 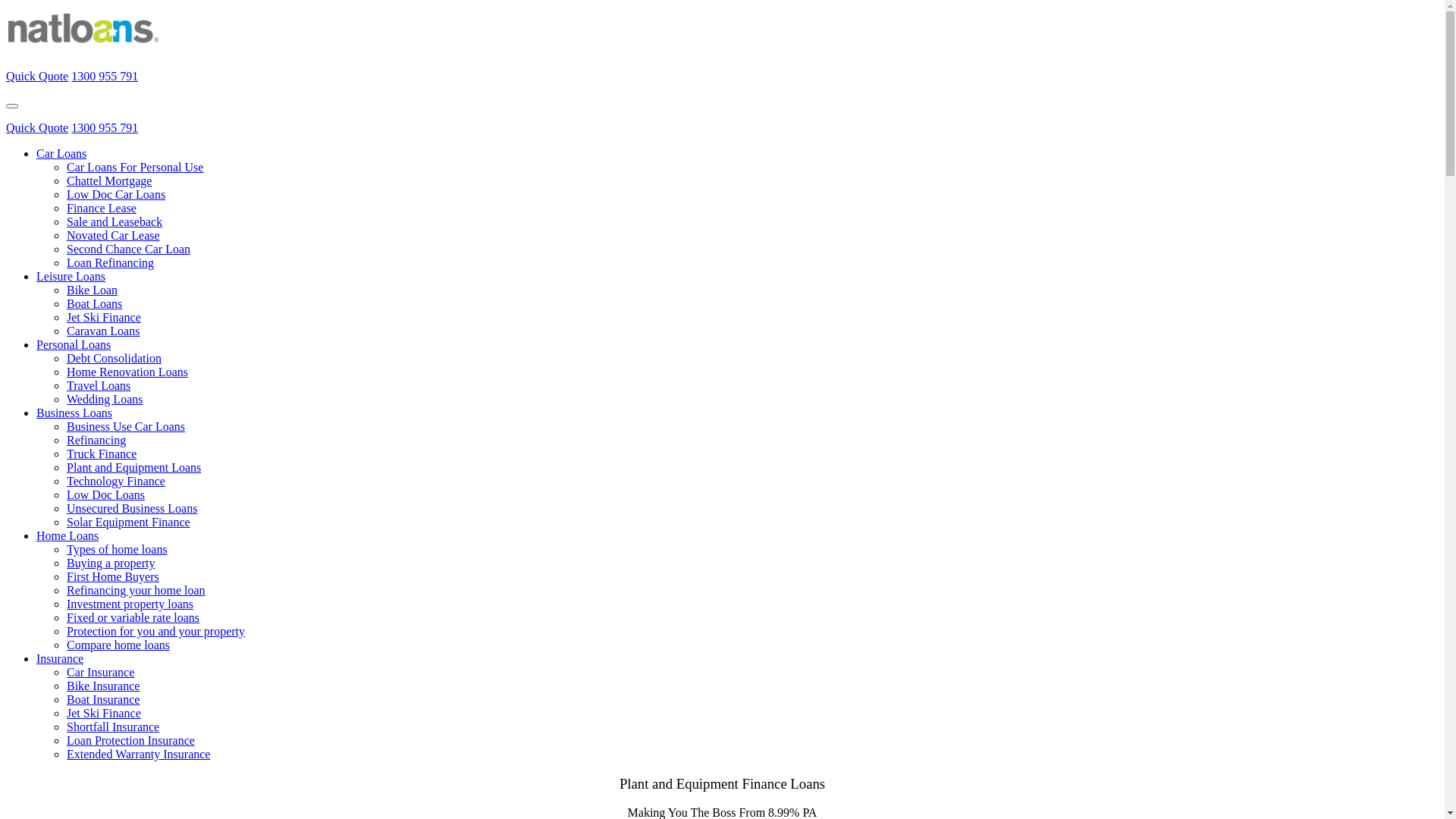 What do you see at coordinates (127, 372) in the screenshot?
I see `'Home Renovation Loans'` at bounding box center [127, 372].